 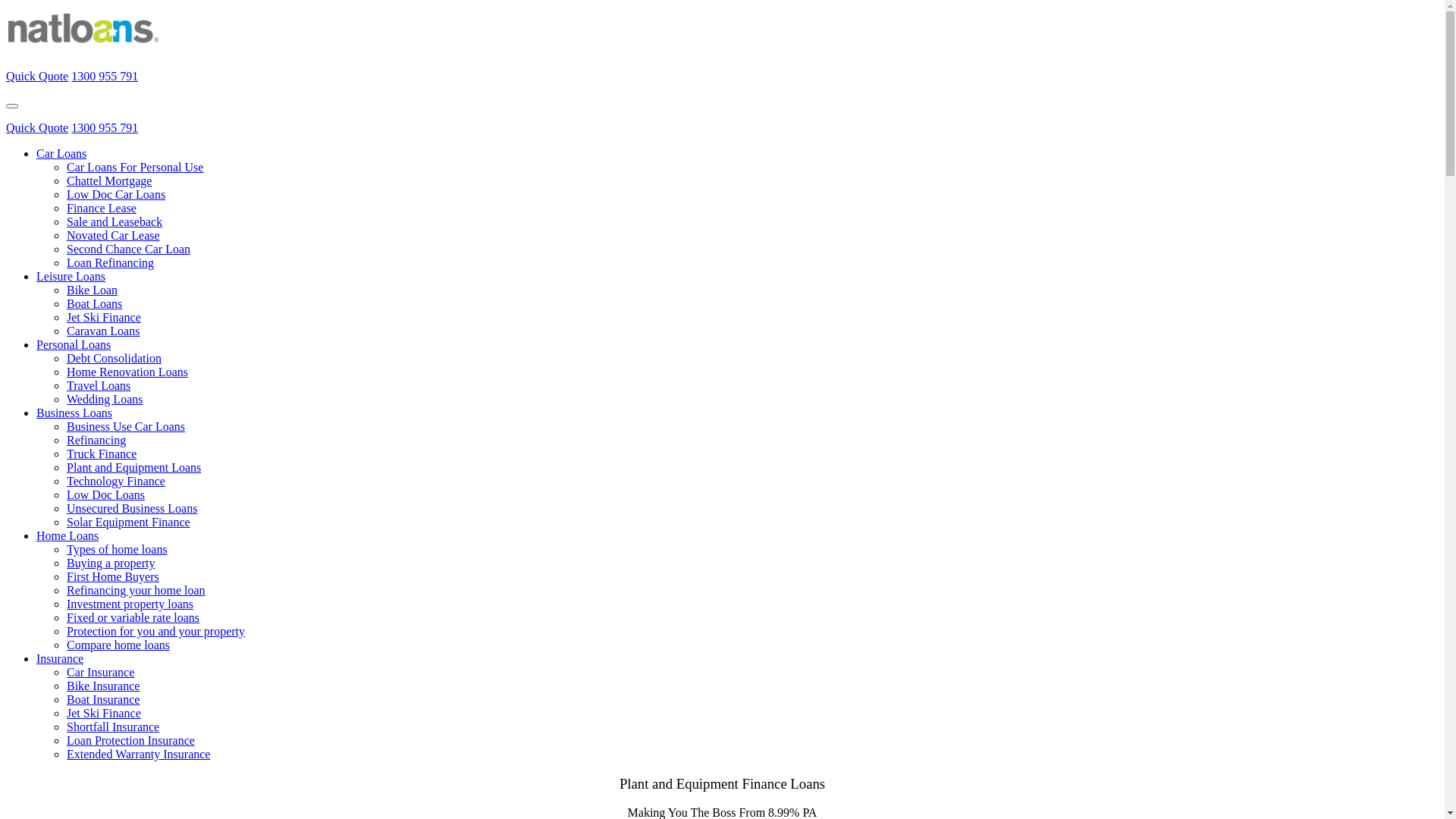 What do you see at coordinates (127, 372) in the screenshot?
I see `'Home Renovation Loans'` at bounding box center [127, 372].